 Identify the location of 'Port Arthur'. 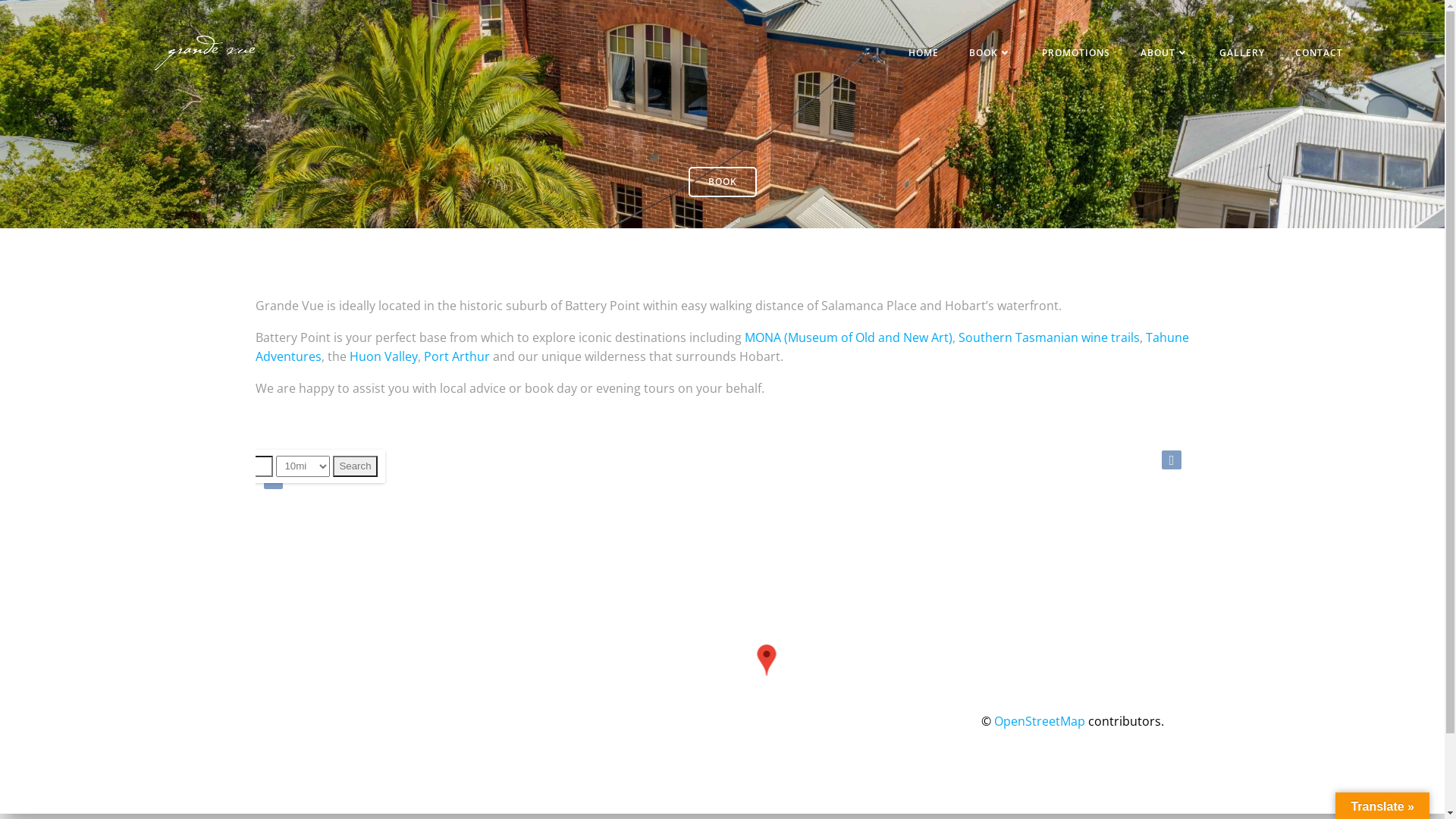
(455, 356).